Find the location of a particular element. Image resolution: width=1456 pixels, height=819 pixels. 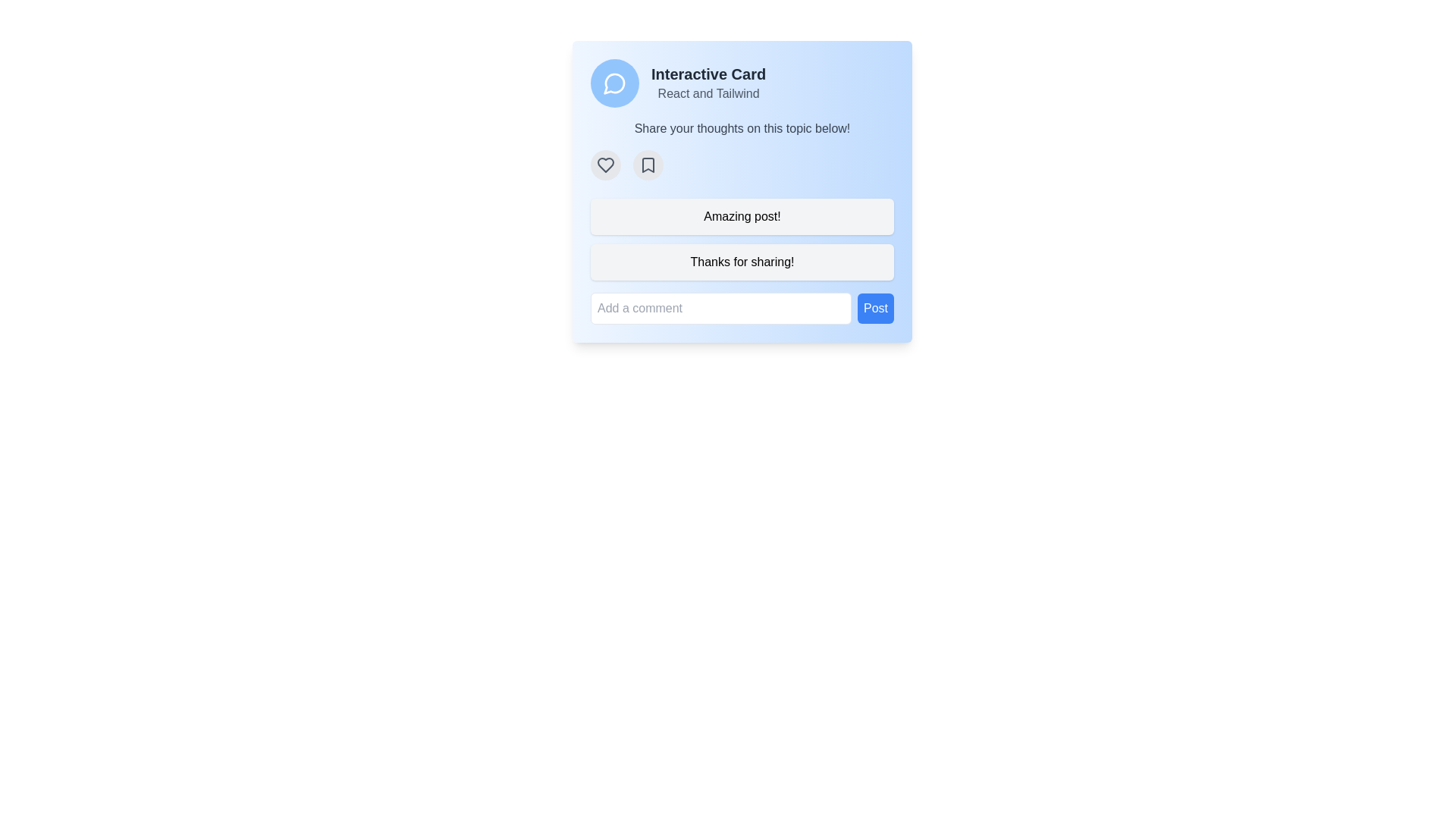

the bookmark icon (SVG) which indicates the functionality of saving or marking content for later reference, positioned to the right of the heart-shaped icon within the interactive card interface is located at coordinates (648, 165).